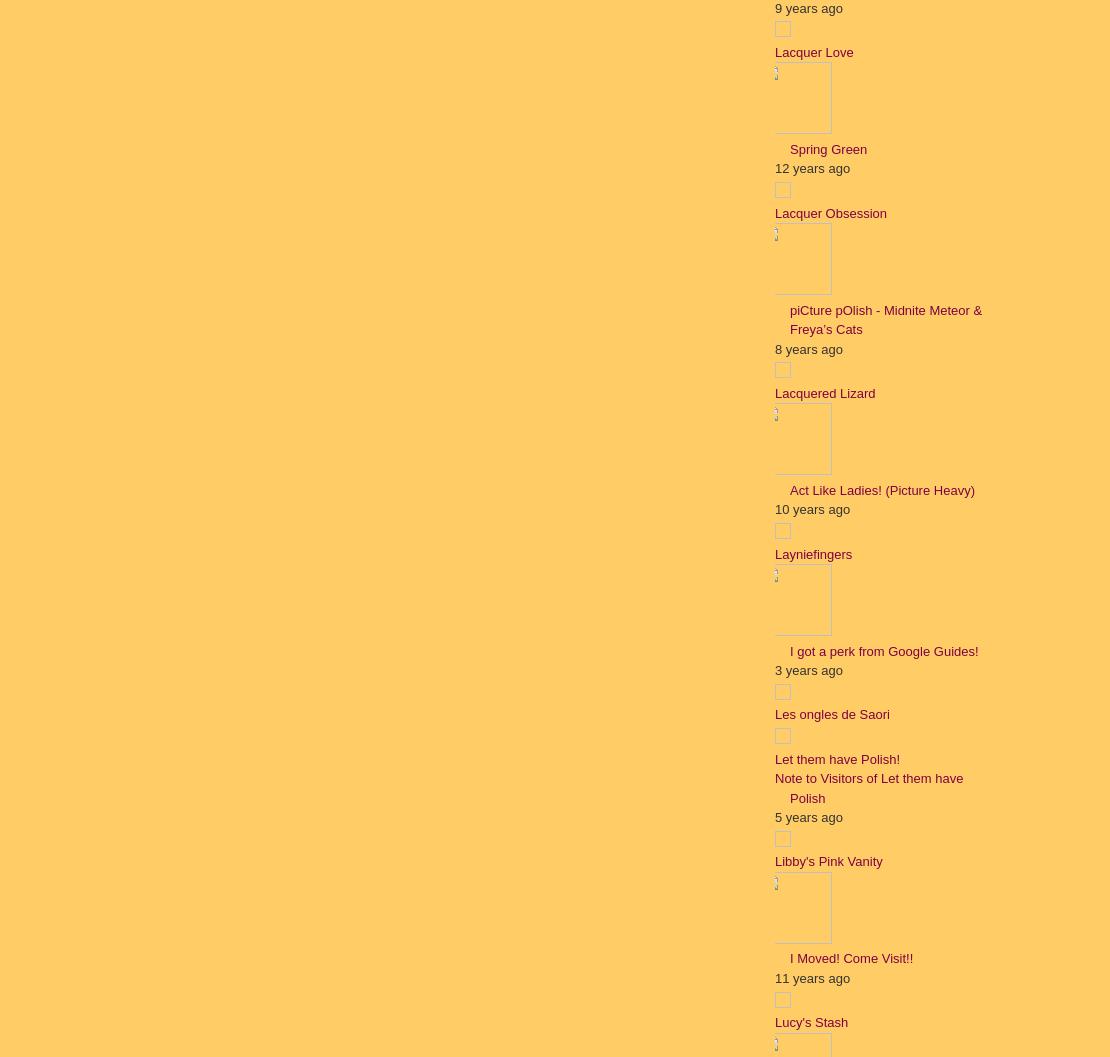 This screenshot has width=1110, height=1057. What do you see at coordinates (881, 489) in the screenshot?
I see `'Act Like Ladies! (Picture Heavy)'` at bounding box center [881, 489].